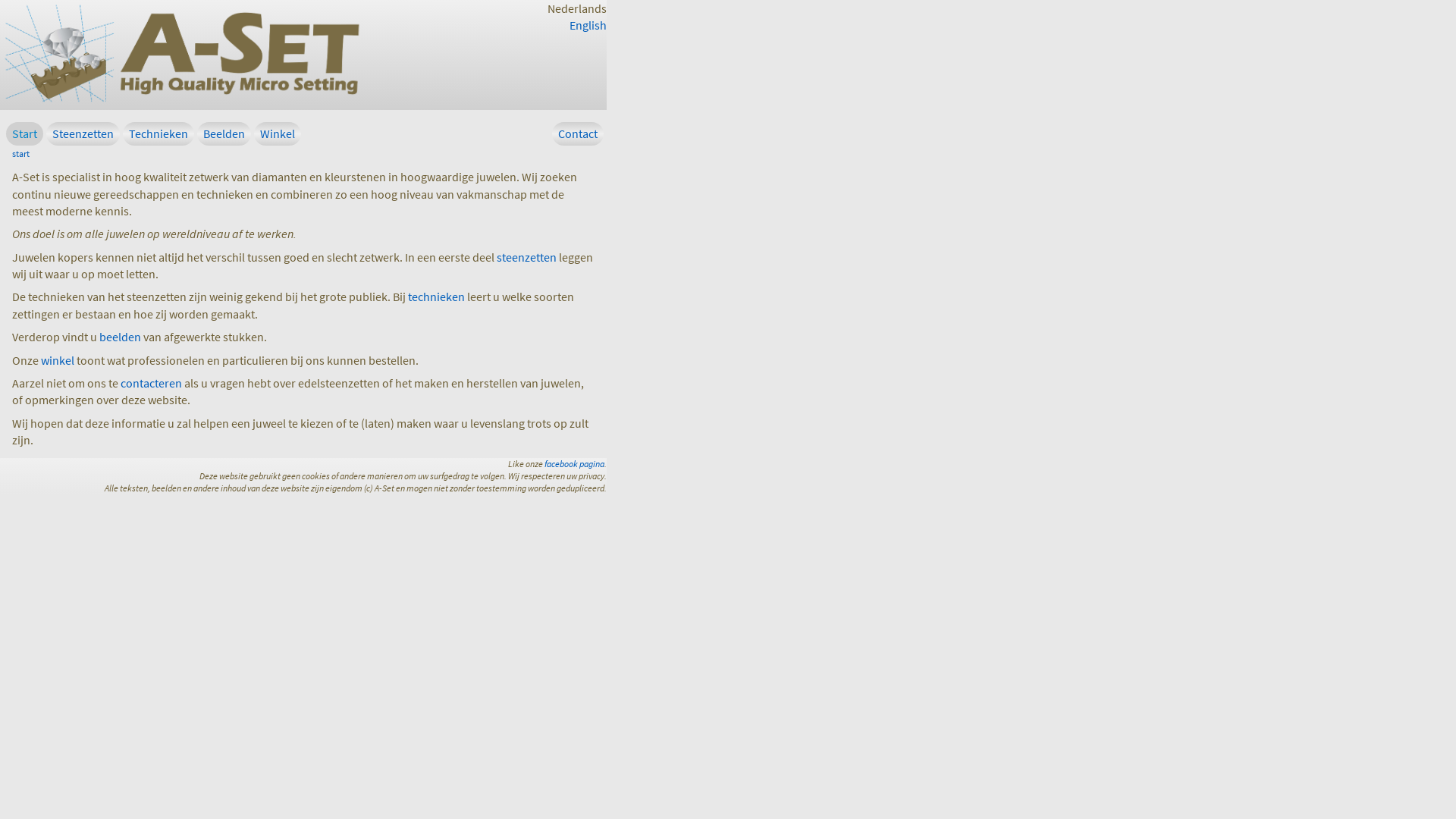  What do you see at coordinates (573, 463) in the screenshot?
I see `'facebook pagina'` at bounding box center [573, 463].